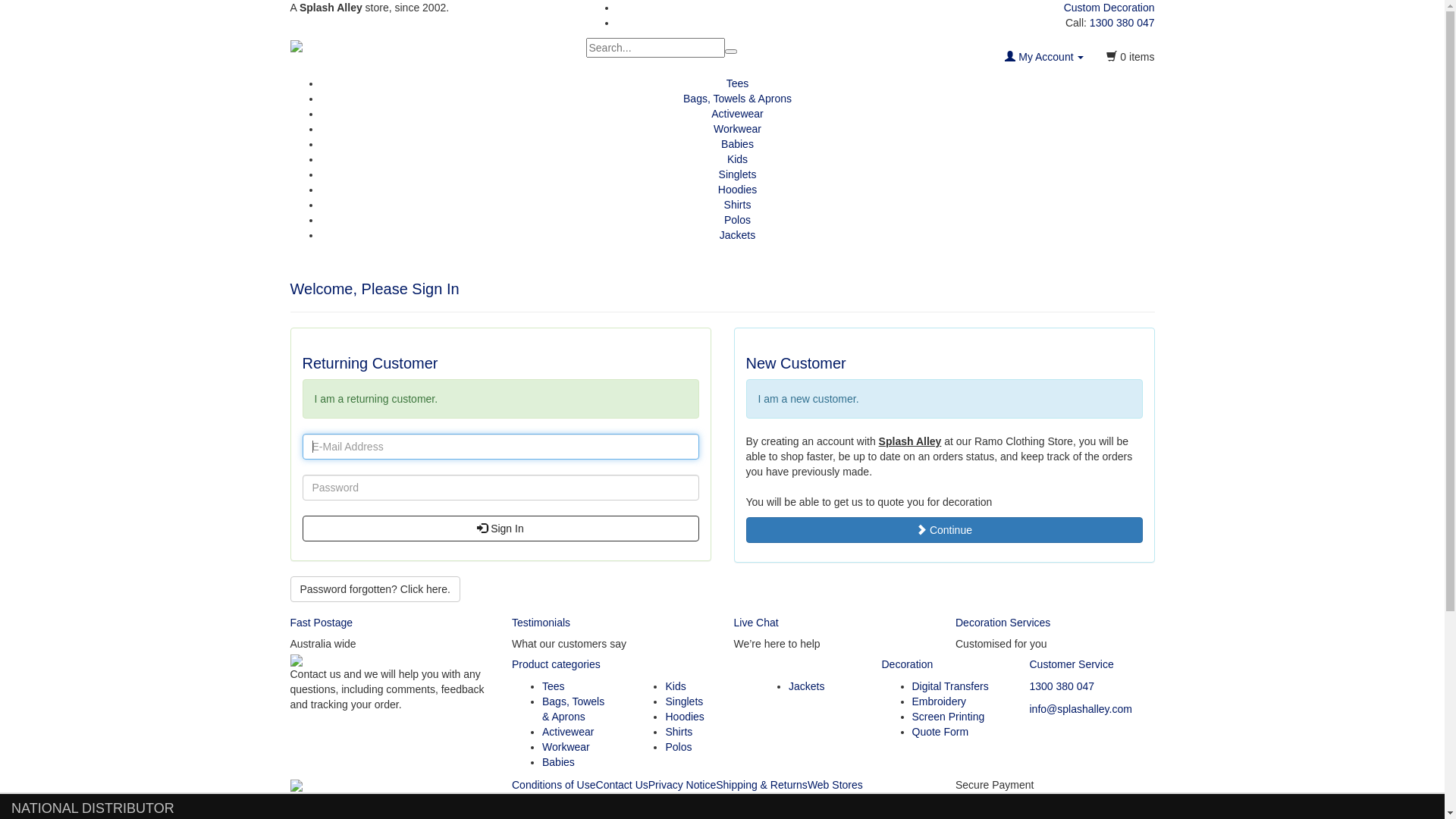 The image size is (1456, 819). Describe the element at coordinates (683, 701) in the screenshot. I see `'Singlets'` at that location.